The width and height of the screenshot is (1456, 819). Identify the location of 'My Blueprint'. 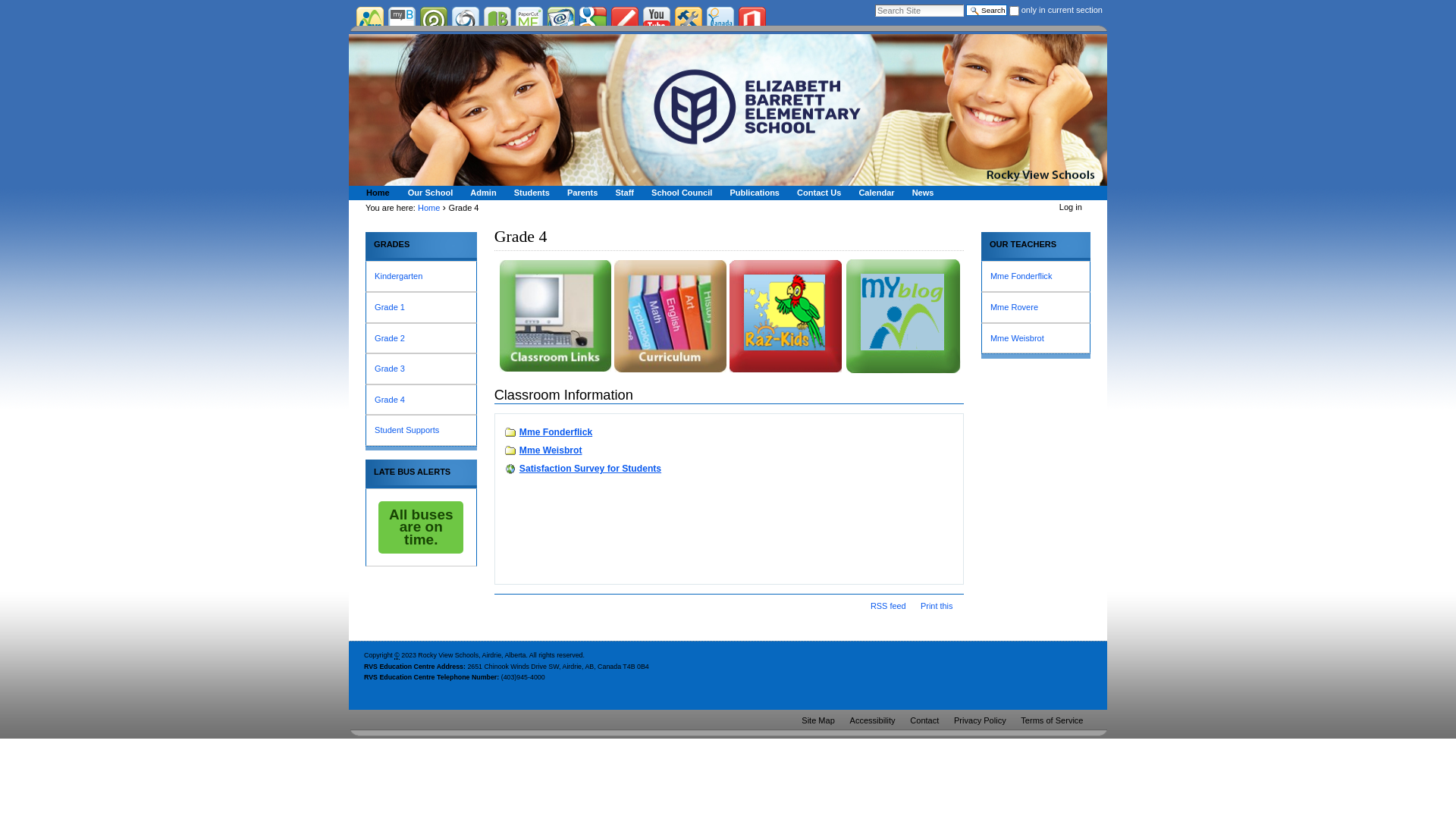
(401, 20).